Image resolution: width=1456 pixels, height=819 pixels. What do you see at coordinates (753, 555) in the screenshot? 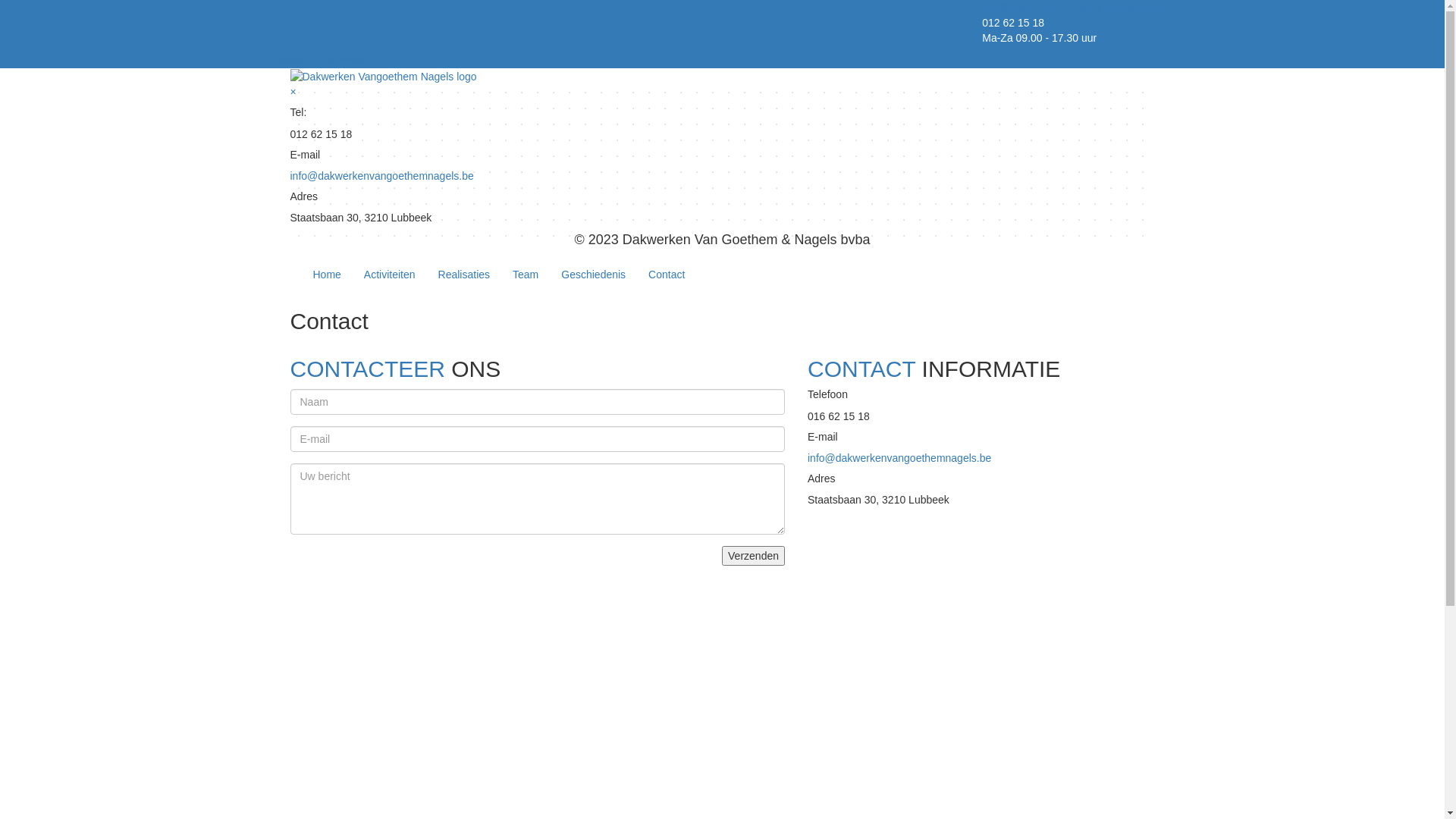
I see `'Verzenden'` at bounding box center [753, 555].